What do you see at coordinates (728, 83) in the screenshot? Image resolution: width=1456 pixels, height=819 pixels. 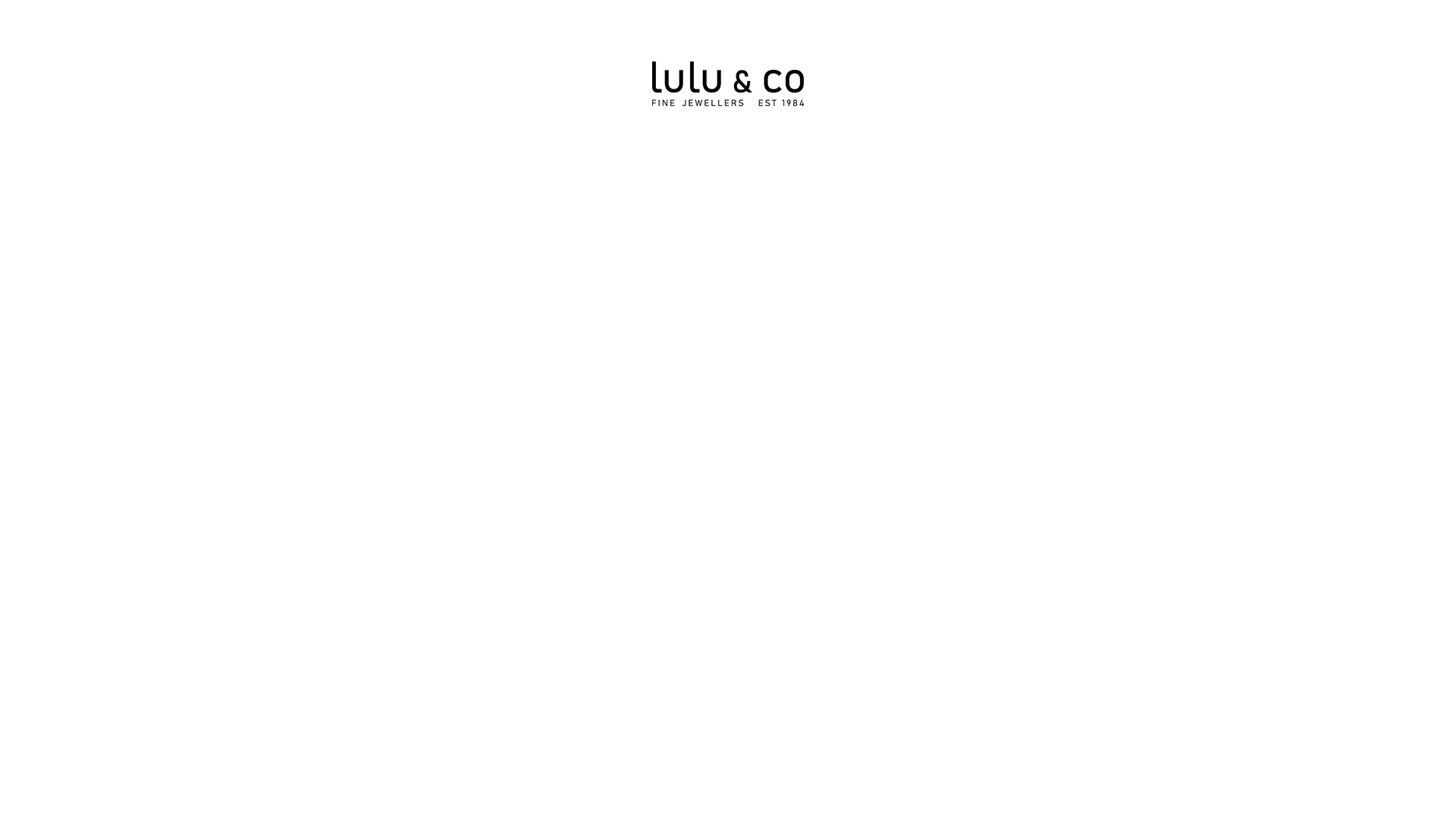 I see `'logo'` at bounding box center [728, 83].